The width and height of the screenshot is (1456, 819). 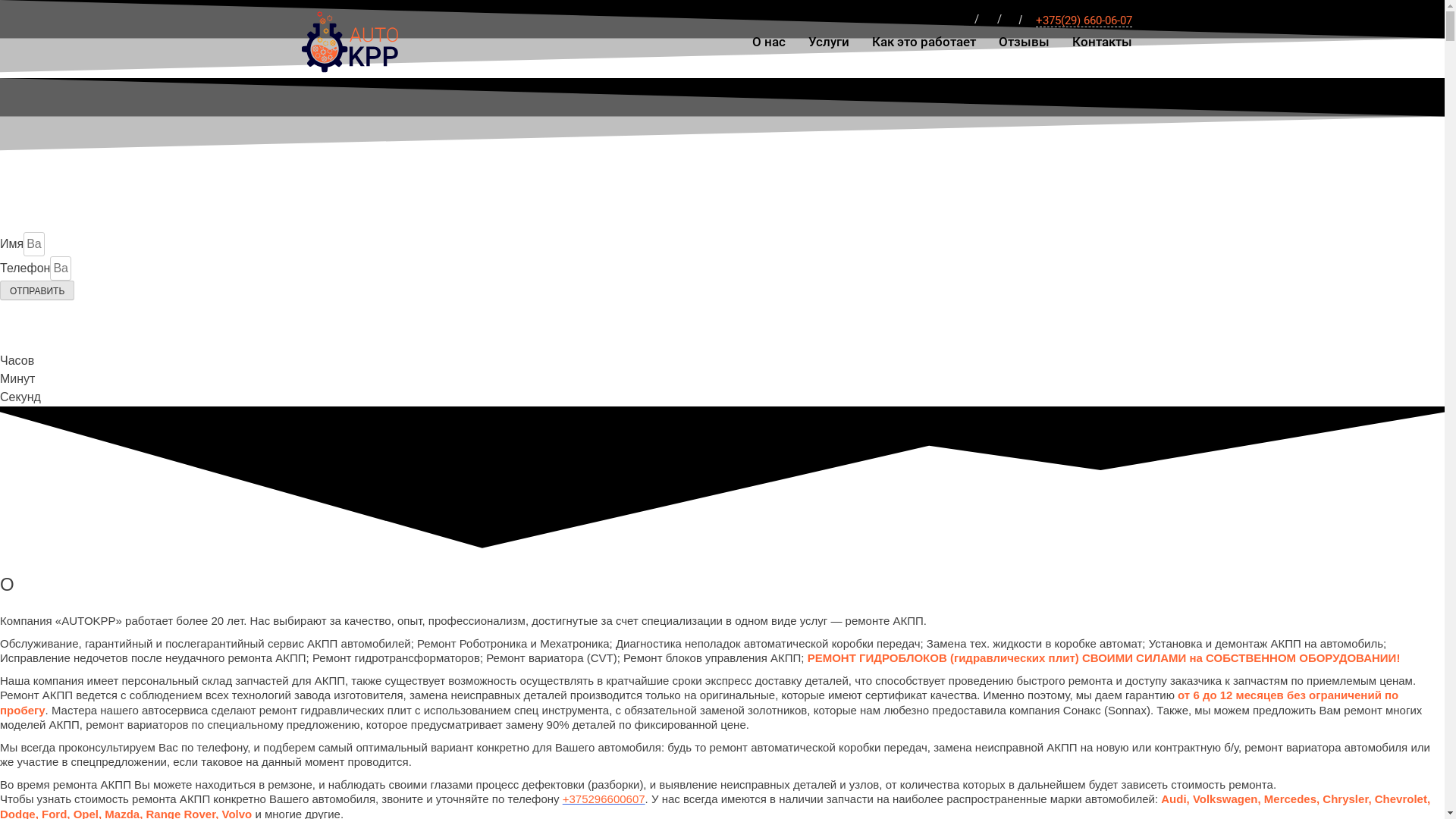 What do you see at coordinates (1083, 20) in the screenshot?
I see `'+375(29) 660-06-07'` at bounding box center [1083, 20].